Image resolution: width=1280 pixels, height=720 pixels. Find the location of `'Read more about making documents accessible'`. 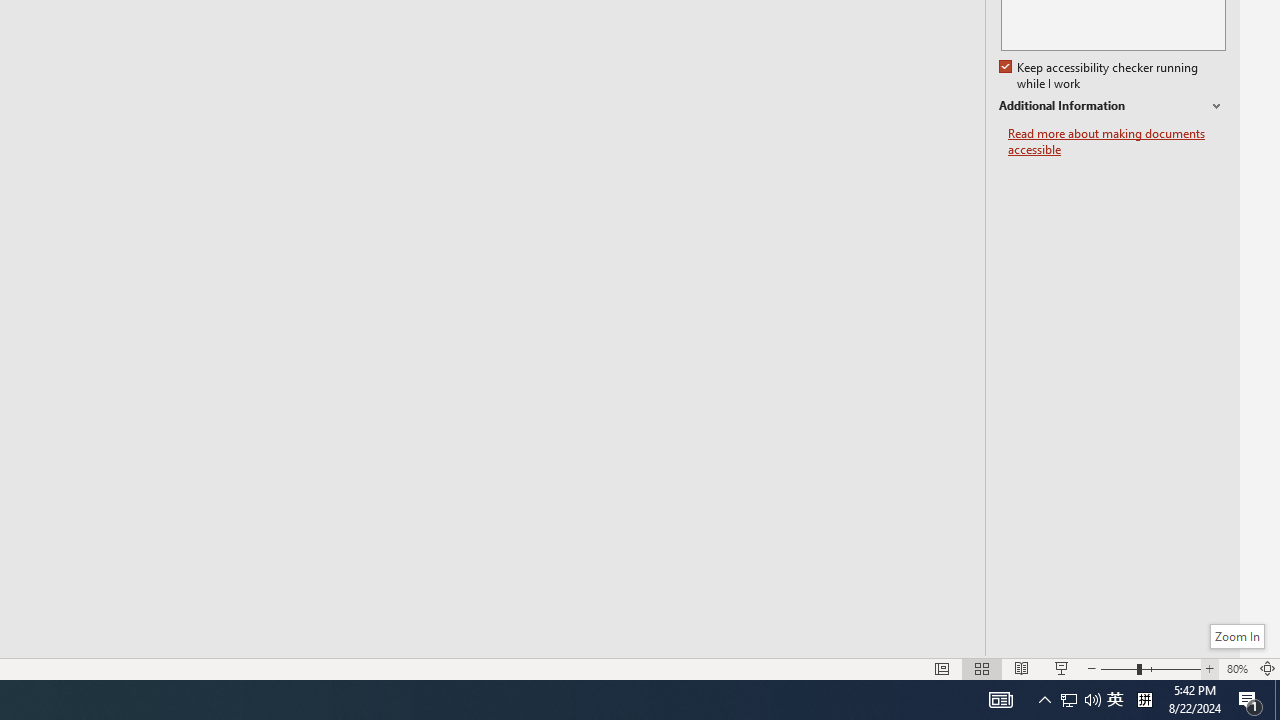

'Read more about making documents accessible' is located at coordinates (1116, 141).